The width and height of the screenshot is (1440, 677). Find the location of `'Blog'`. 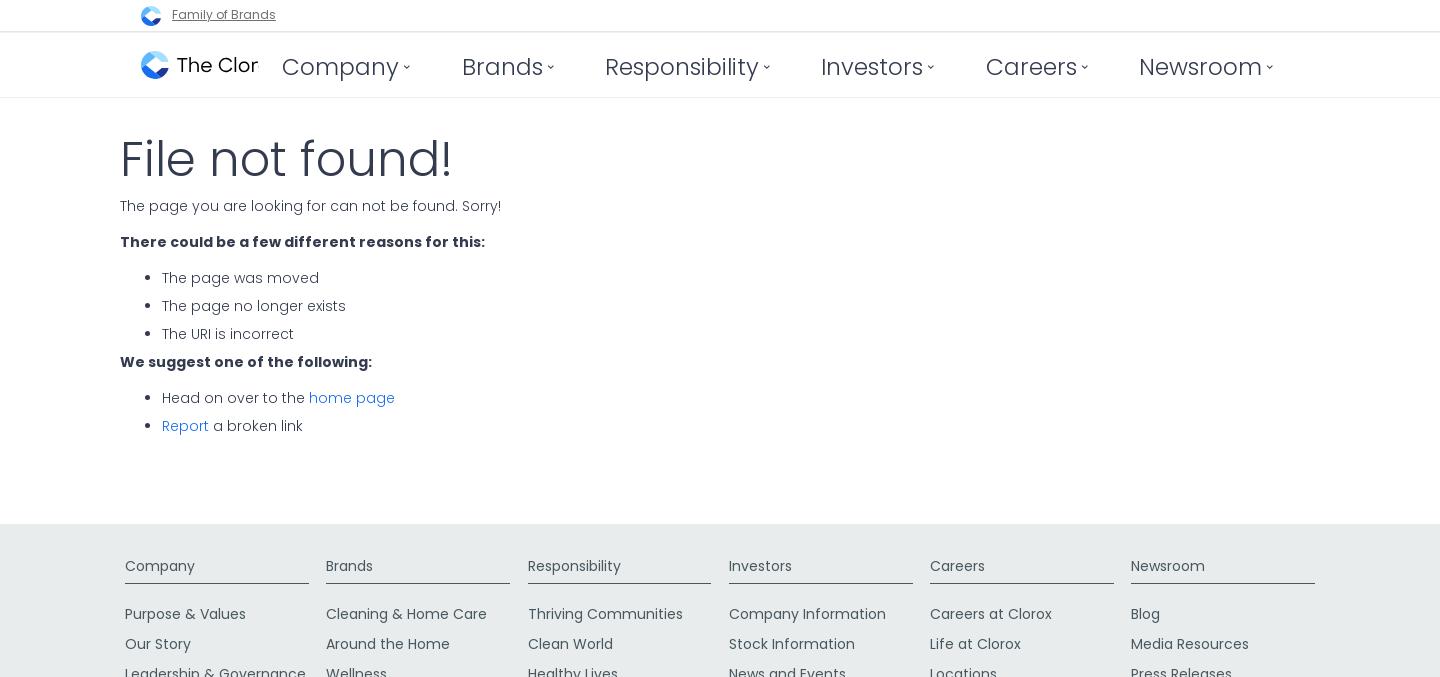

'Blog' is located at coordinates (1145, 613).